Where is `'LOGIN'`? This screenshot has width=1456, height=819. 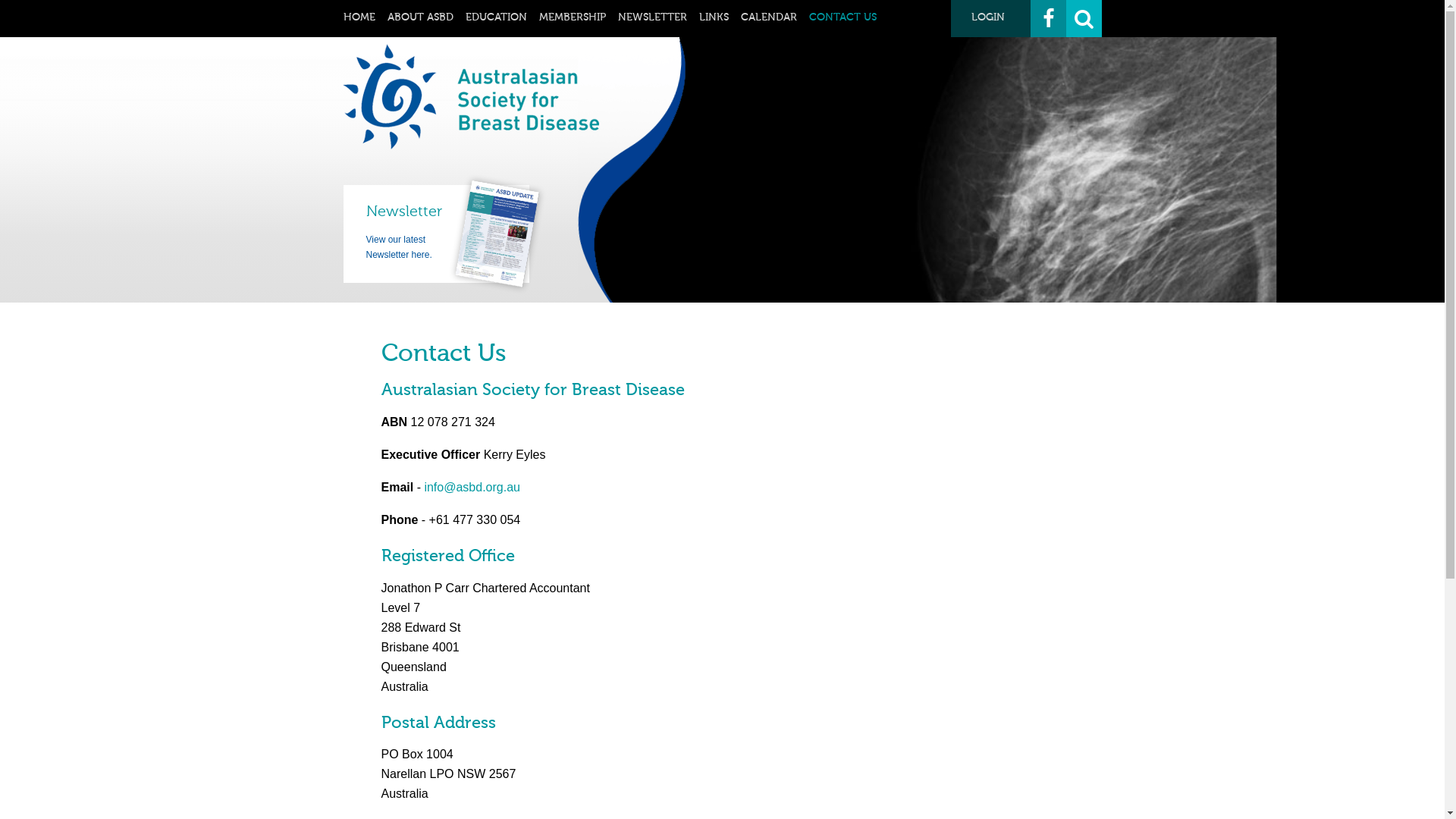
'LOGIN' is located at coordinates (990, 18).